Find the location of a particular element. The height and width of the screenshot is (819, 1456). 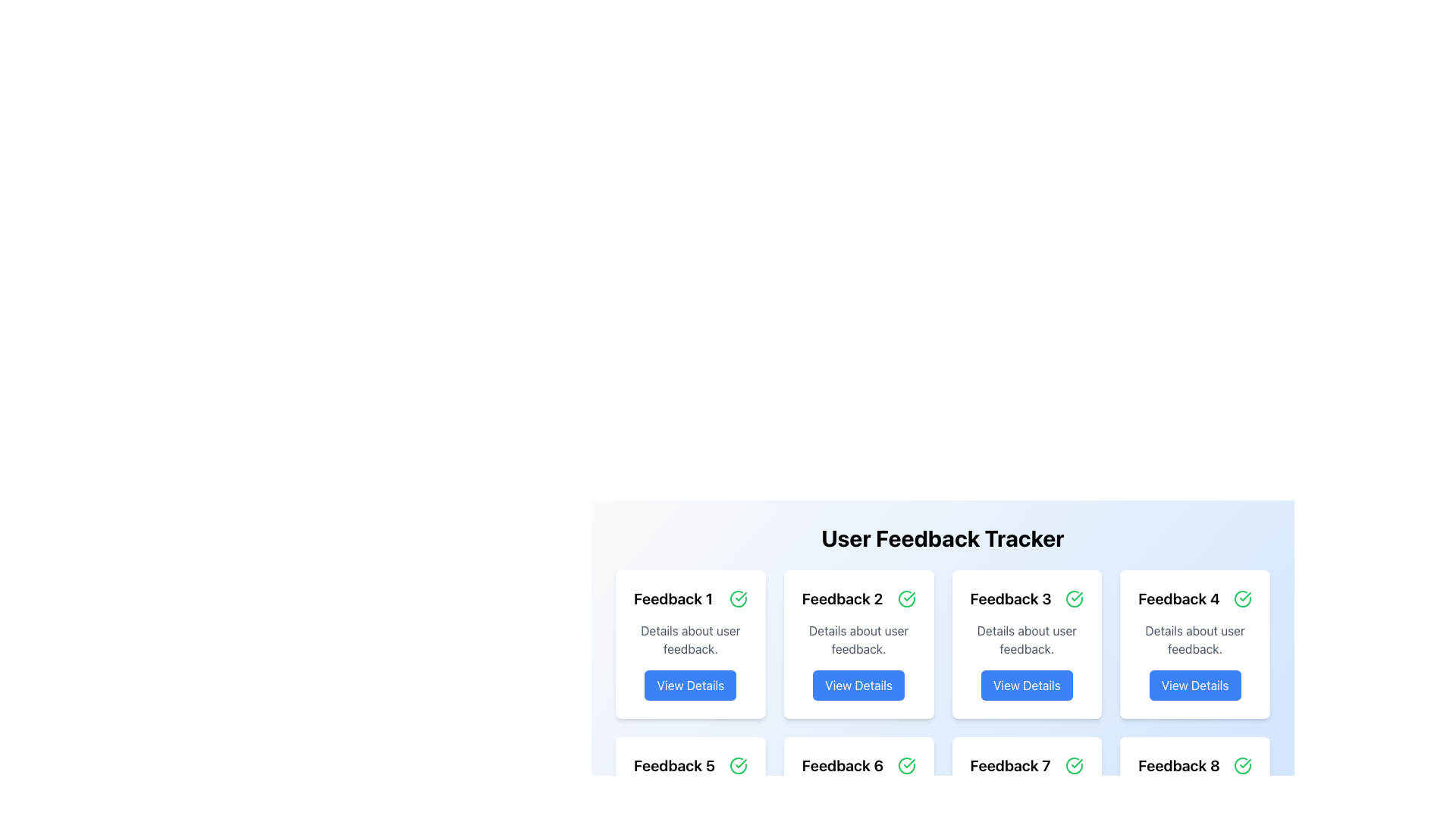

the 'Feedback 6' text and green checkmark icon element located in the bottom row of the grid layout, specifically the second card from the left is located at coordinates (858, 766).